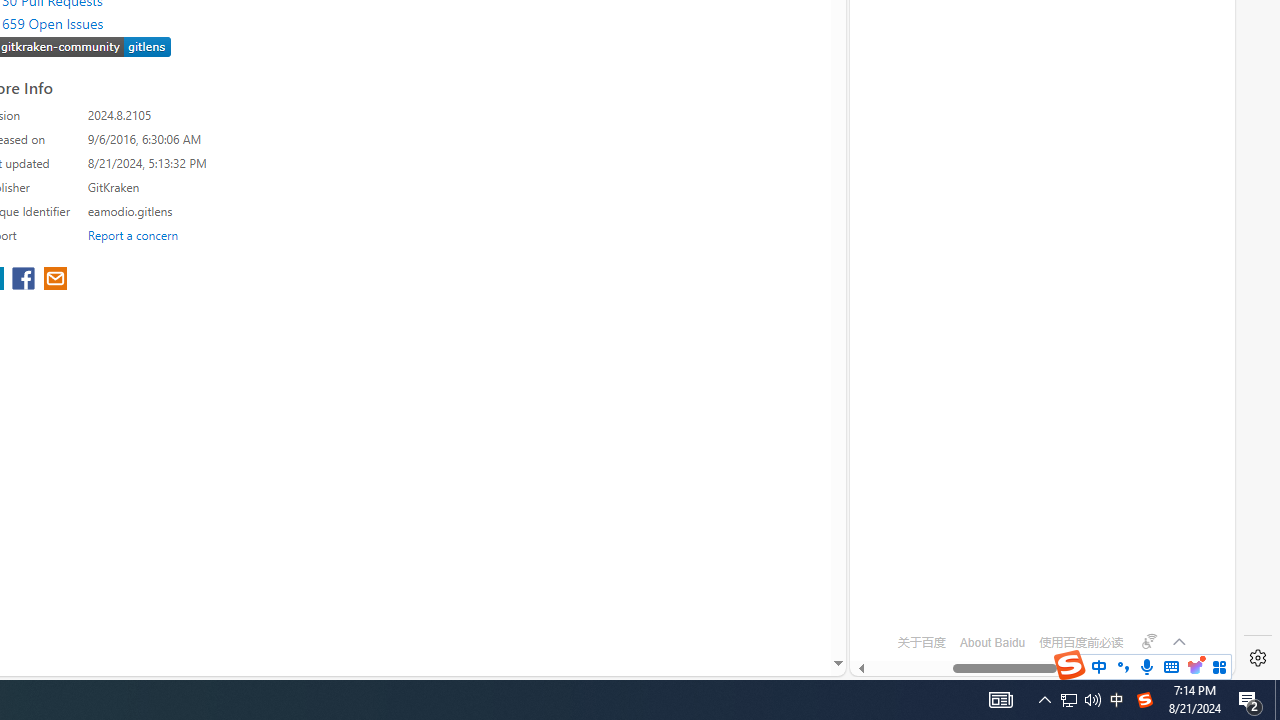 The width and height of the screenshot is (1280, 720). I want to click on 'share extension on facebook', so click(26, 280).